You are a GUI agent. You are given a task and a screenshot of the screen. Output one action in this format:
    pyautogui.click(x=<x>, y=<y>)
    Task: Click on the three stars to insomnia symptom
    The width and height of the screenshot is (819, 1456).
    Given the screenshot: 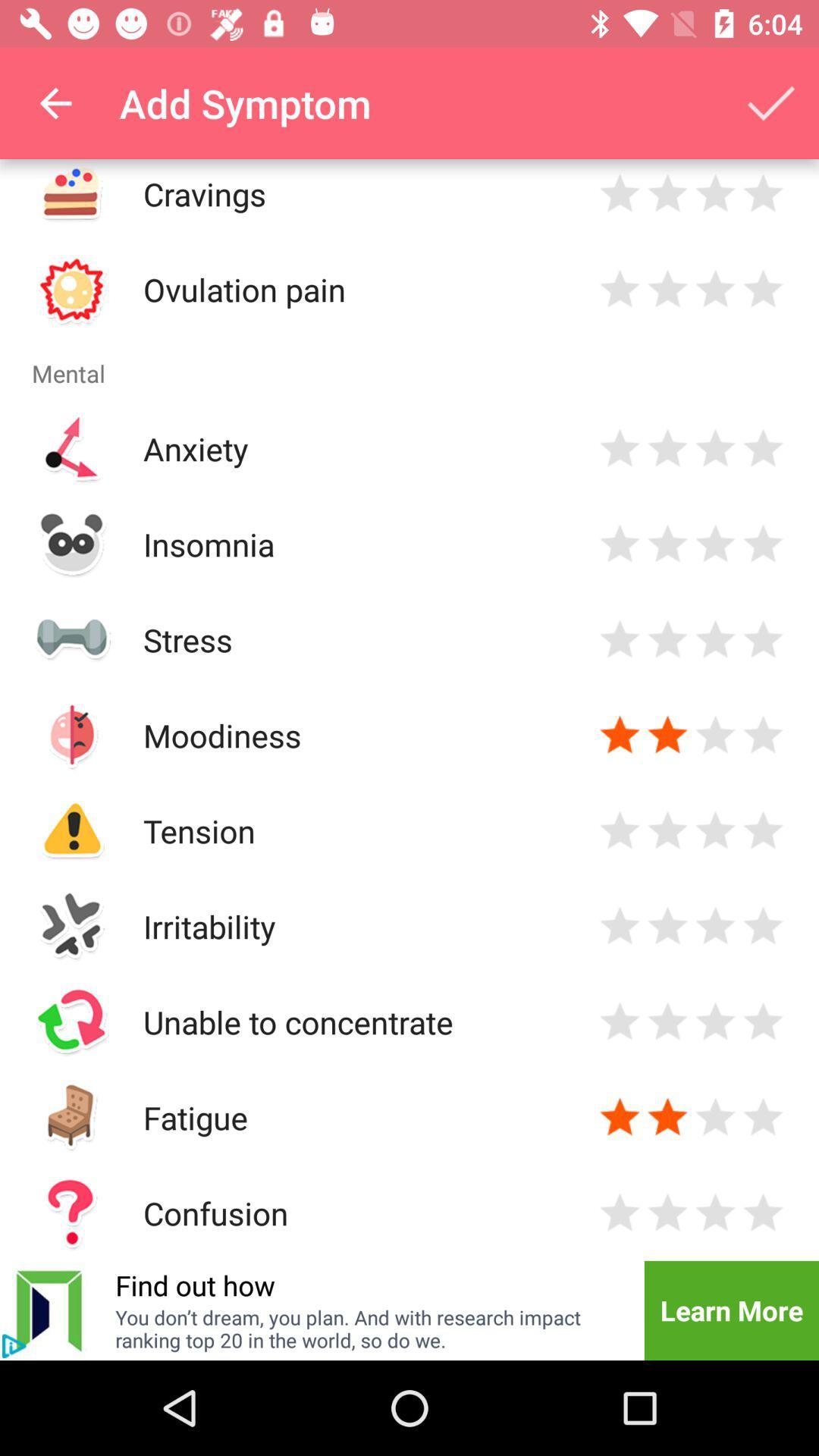 What is the action you would take?
    pyautogui.click(x=715, y=544)
    